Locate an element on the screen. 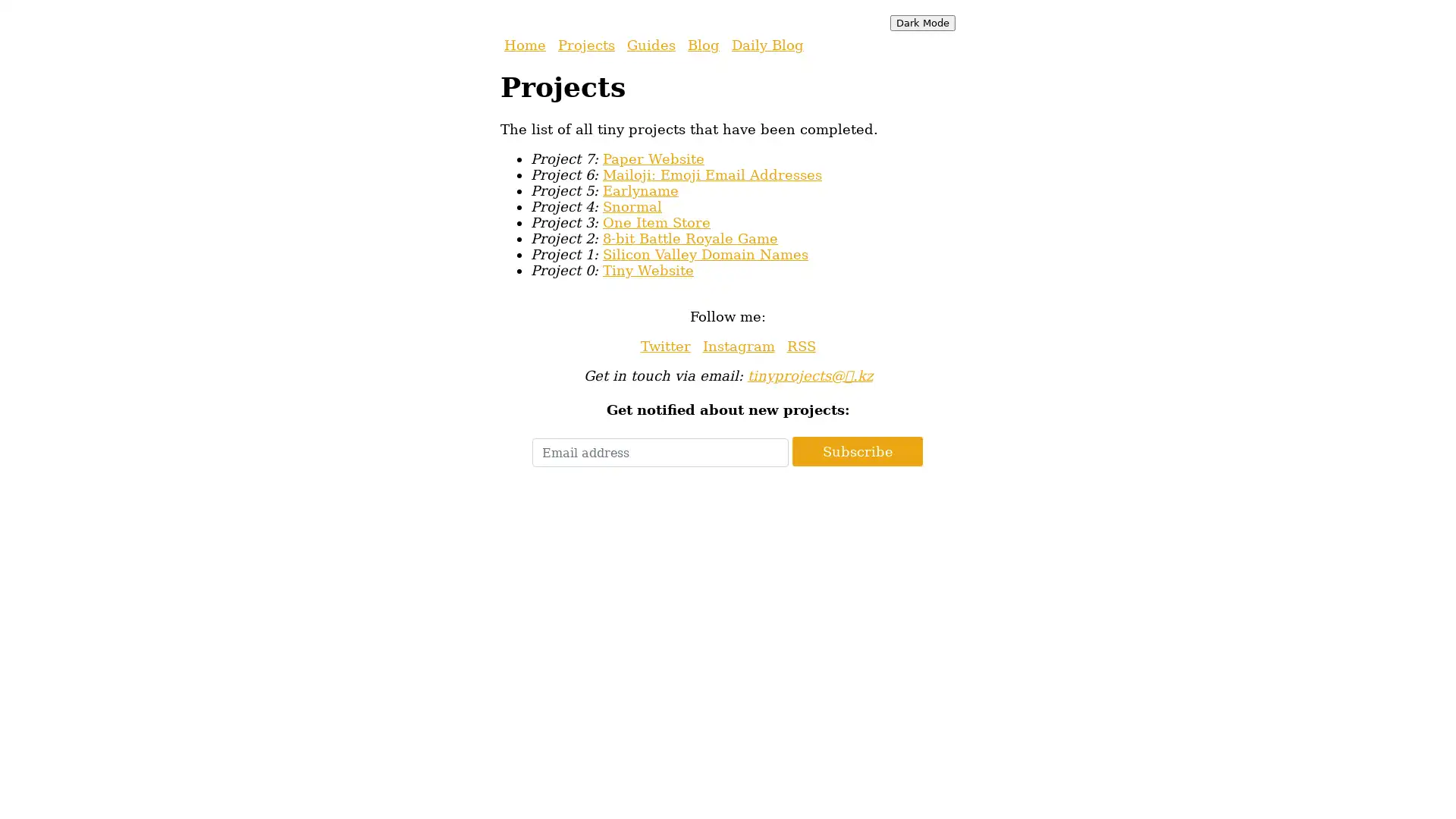  Subscribe is located at coordinates (858, 450).